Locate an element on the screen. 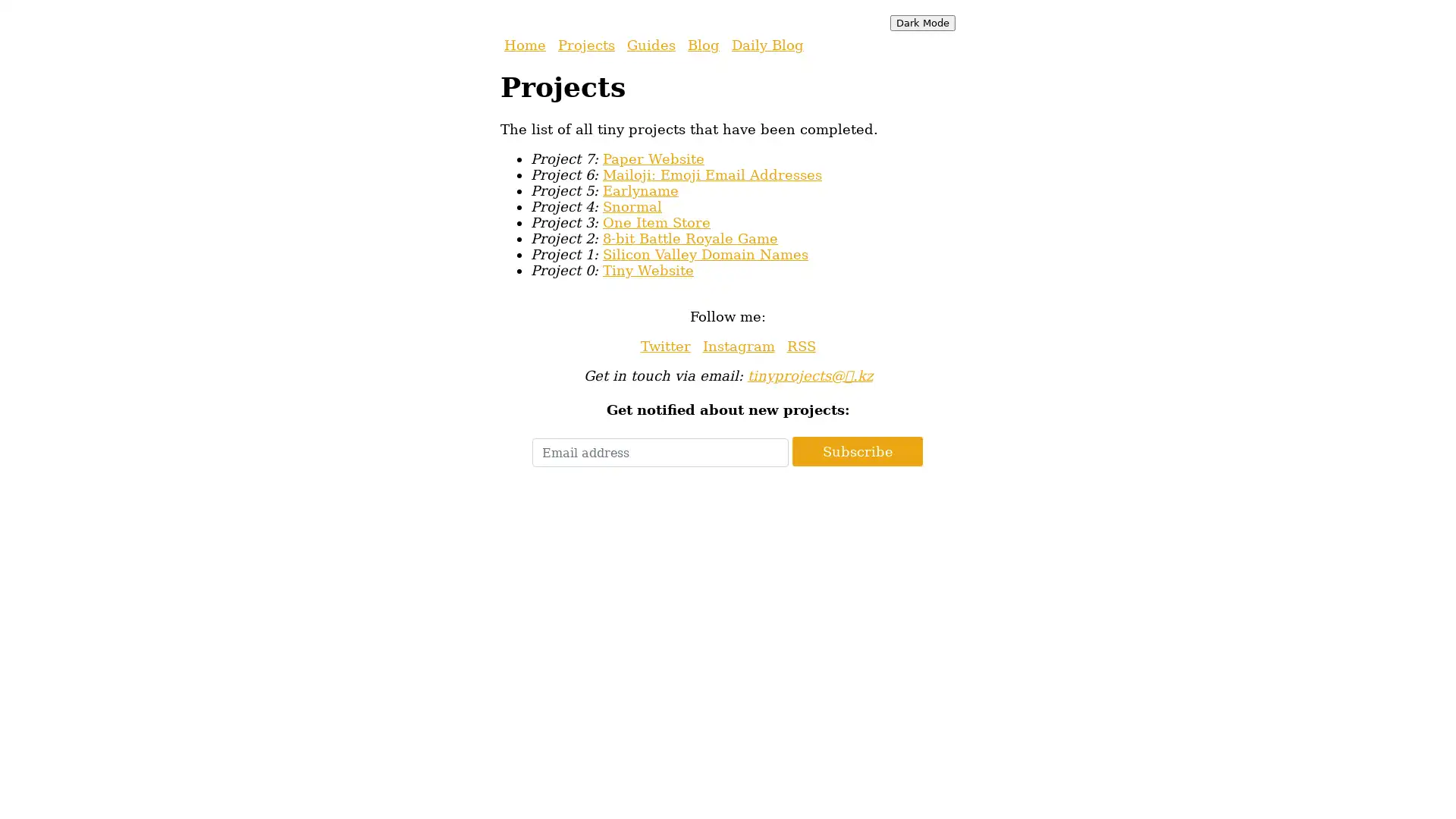  Subscribe is located at coordinates (858, 450).